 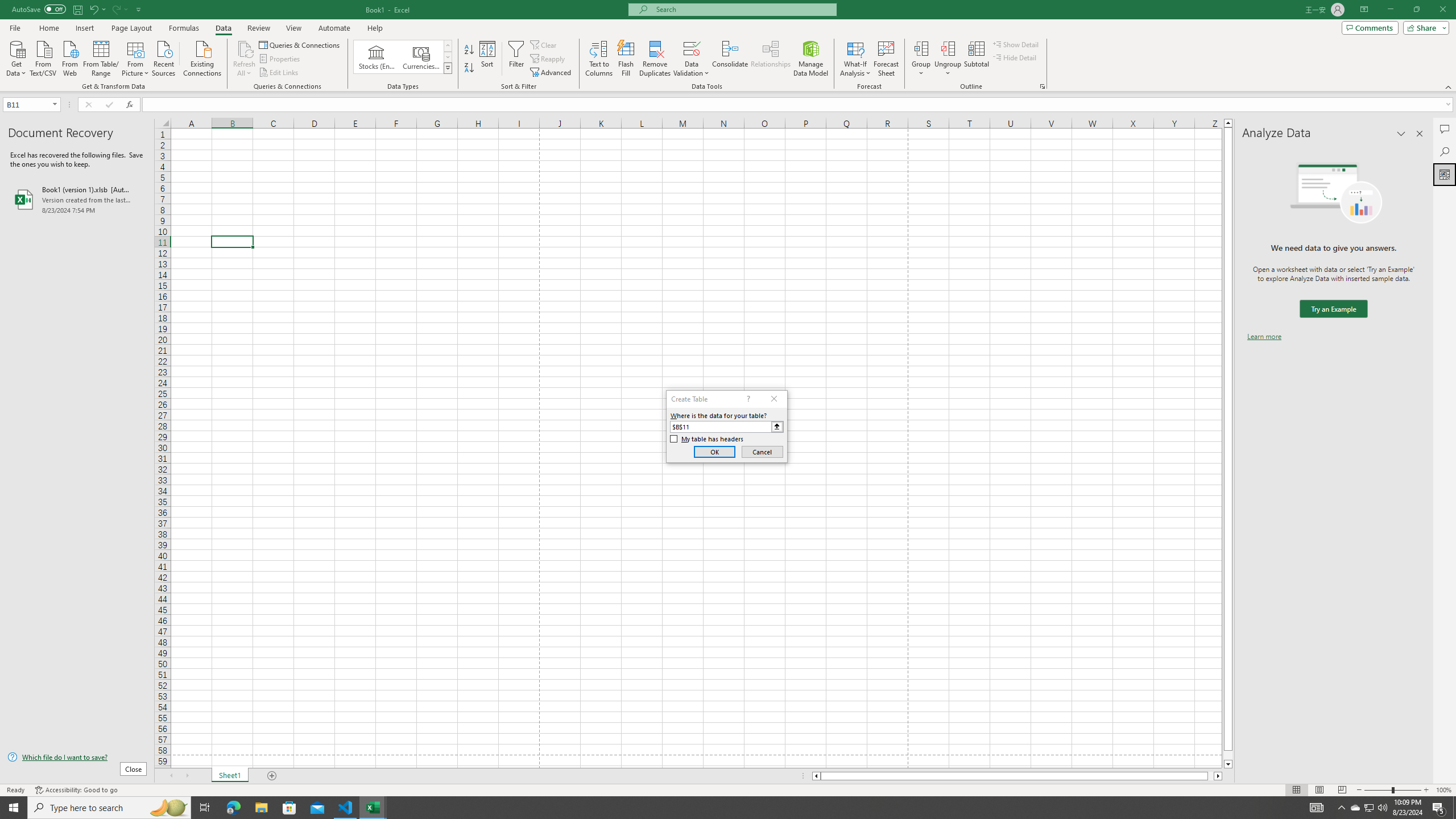 I want to click on 'Properties', so click(x=280, y=59).